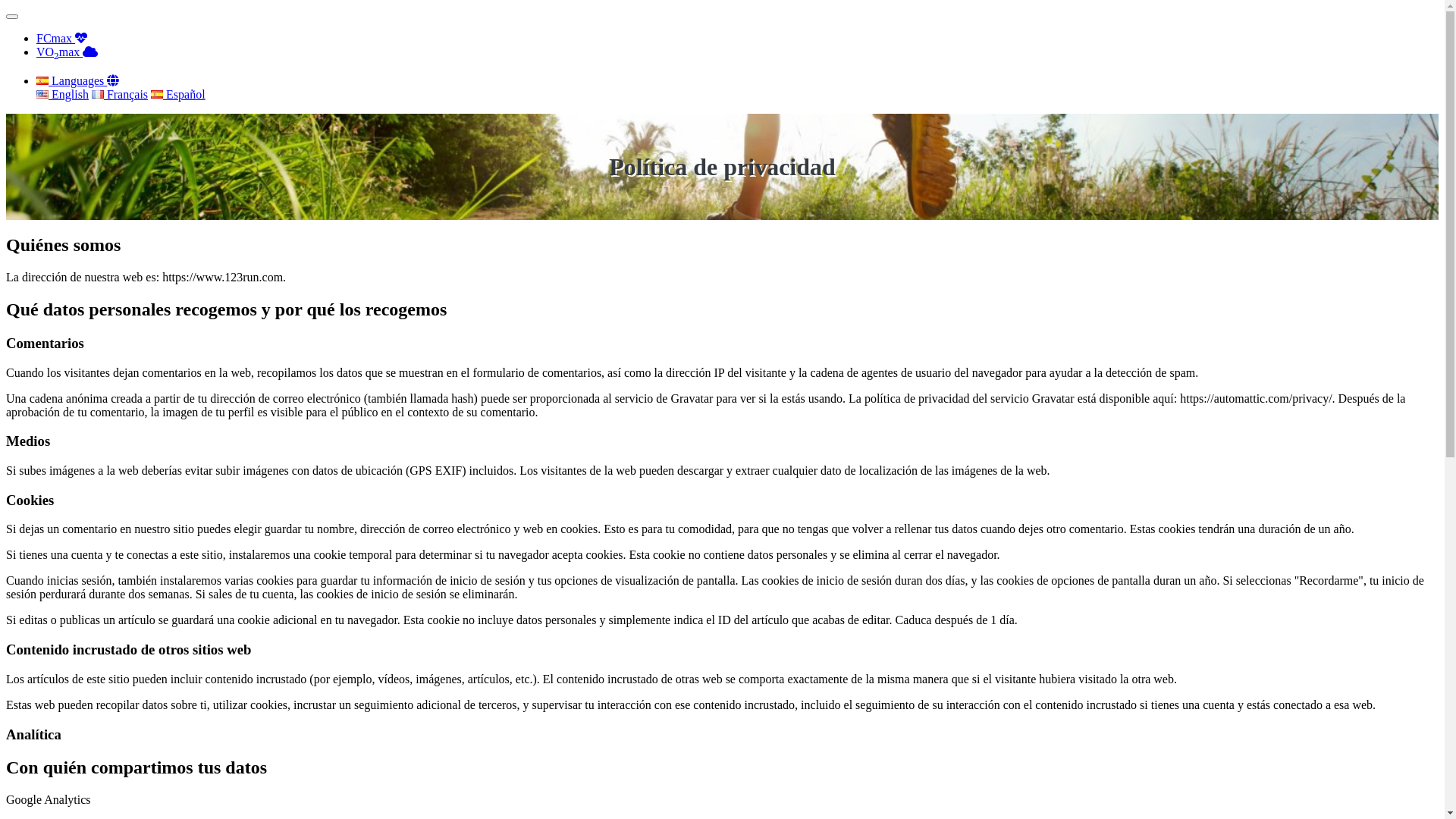 This screenshot has height=819, width=1456. What do you see at coordinates (77, 80) in the screenshot?
I see `'Languages'` at bounding box center [77, 80].